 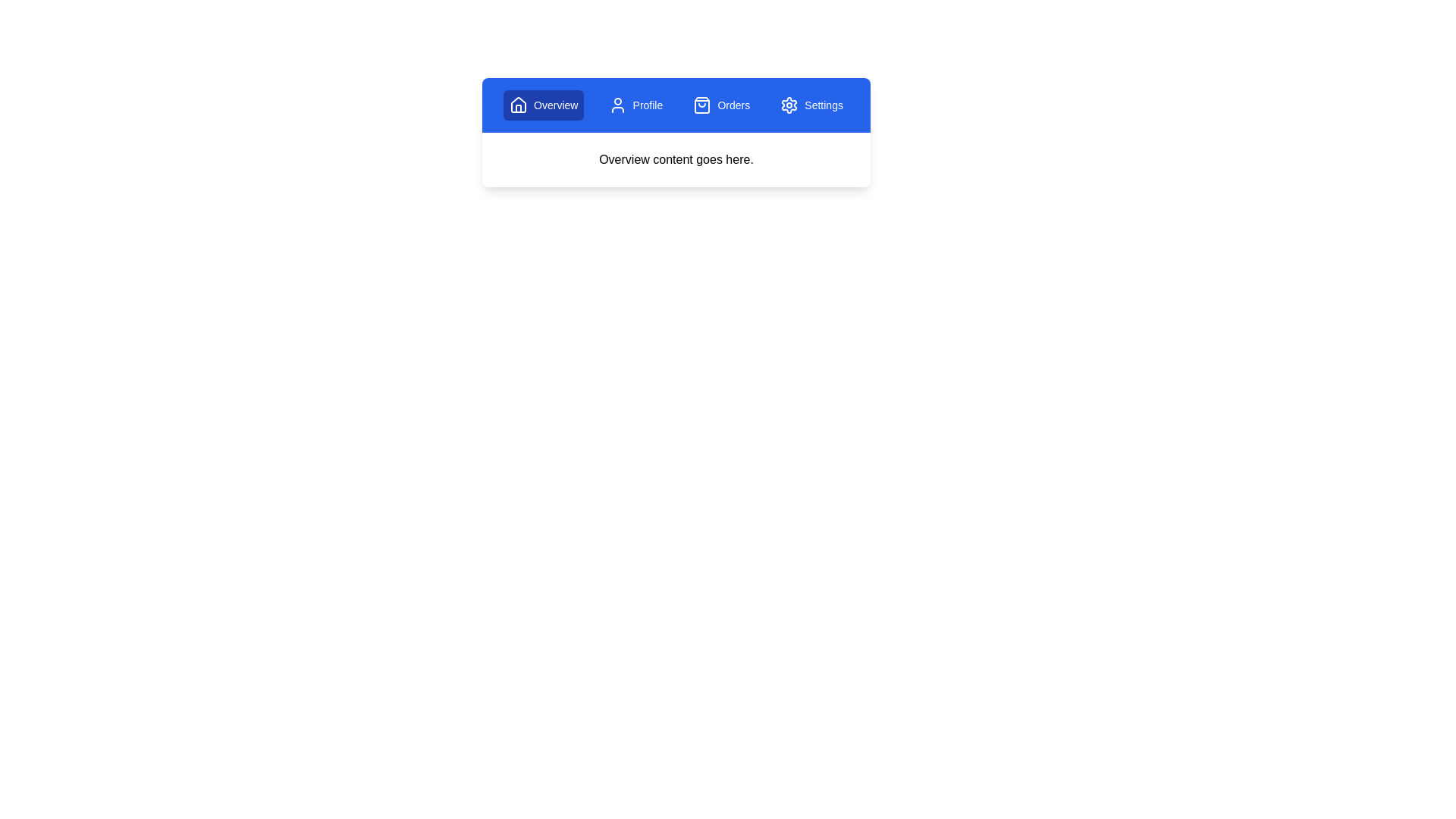 I want to click on the house icon in the blue navigation bar that identifies the 'Overview' section, so click(x=519, y=104).